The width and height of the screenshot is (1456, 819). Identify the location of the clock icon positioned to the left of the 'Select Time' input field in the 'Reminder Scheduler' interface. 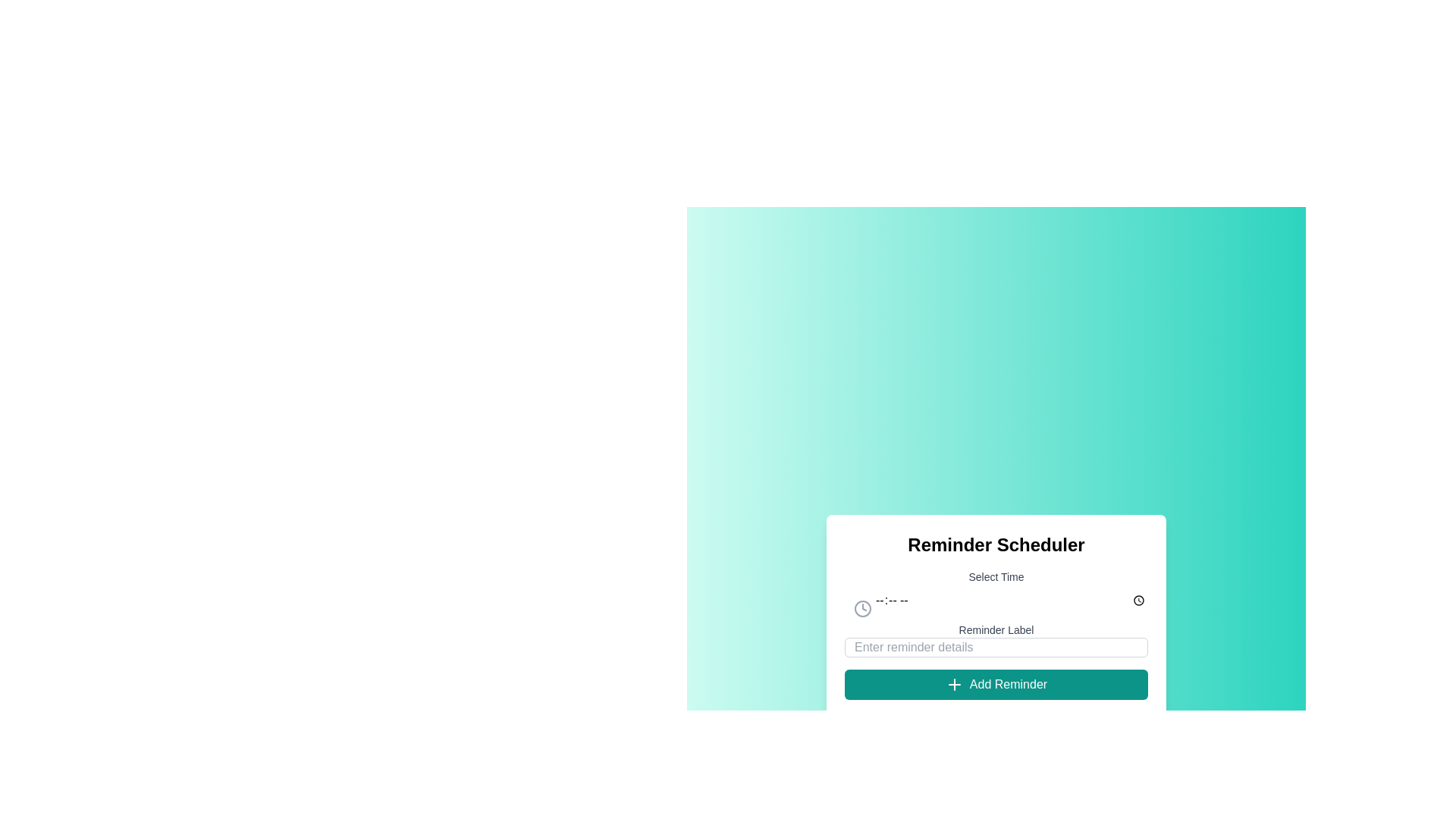
(862, 607).